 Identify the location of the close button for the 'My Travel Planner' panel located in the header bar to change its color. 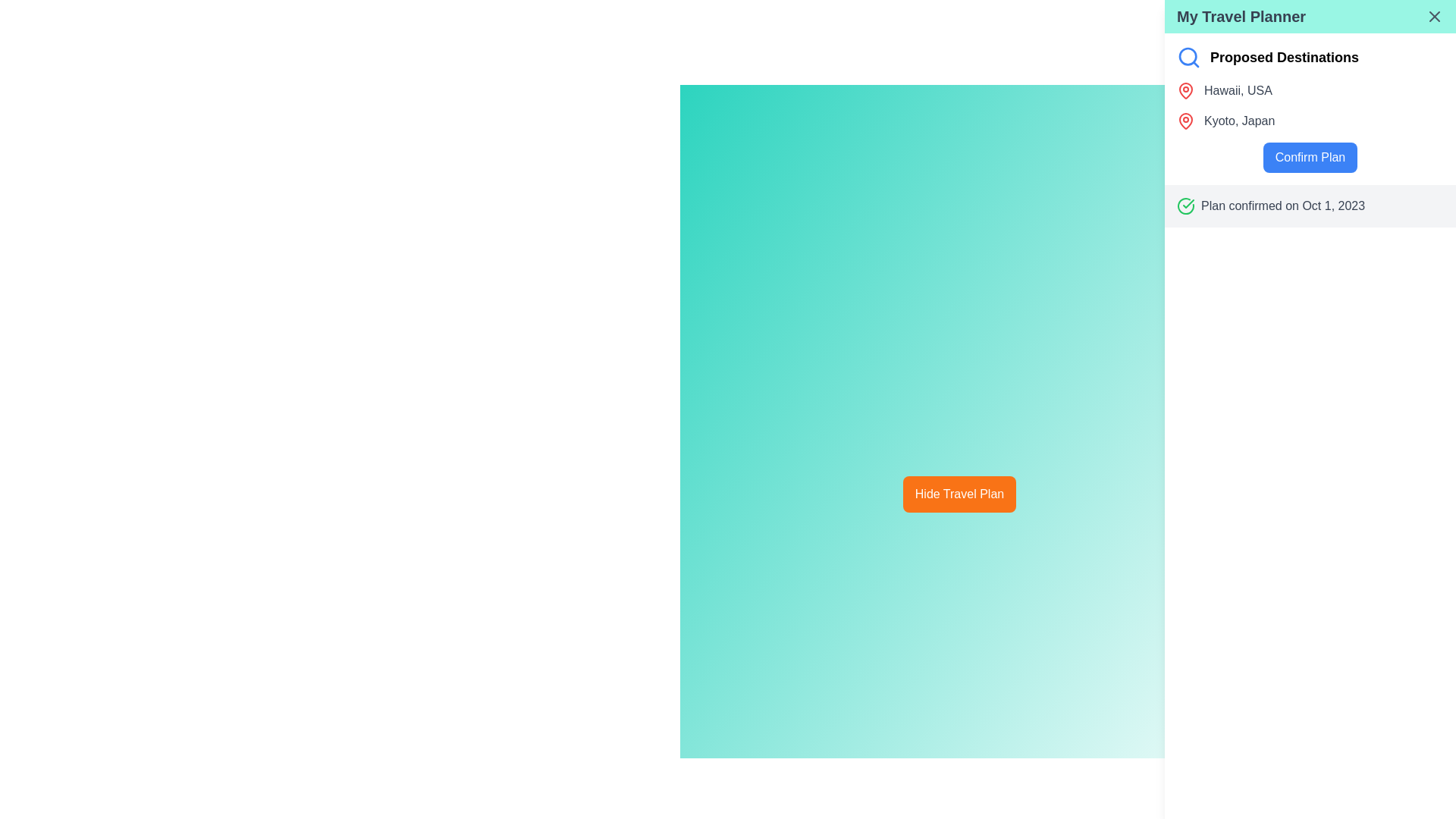
(1433, 17).